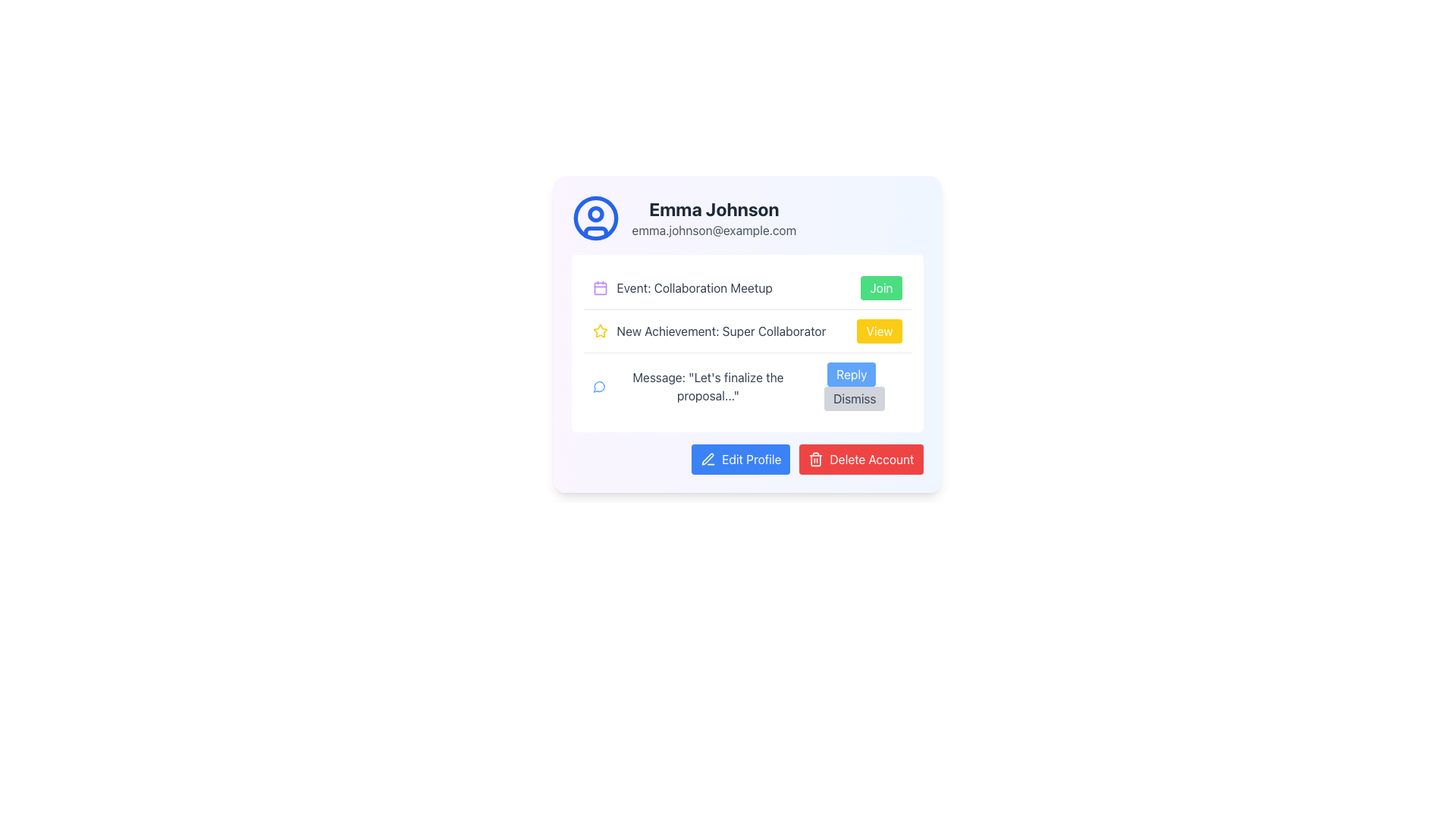 This screenshot has width=1456, height=819. I want to click on the first Informational Row in the grid layout, so click(747, 288).